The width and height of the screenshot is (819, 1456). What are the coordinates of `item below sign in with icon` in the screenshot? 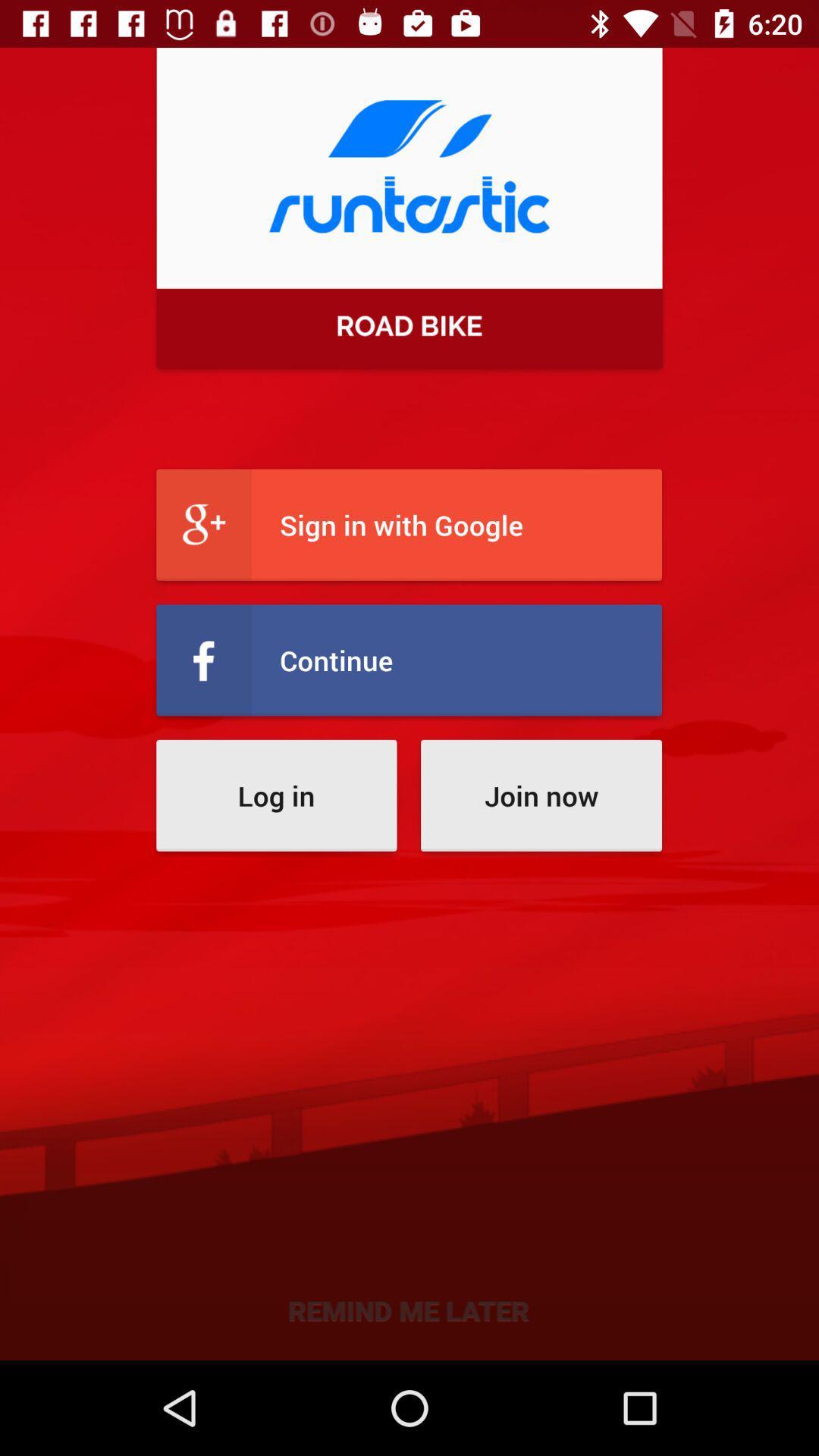 It's located at (408, 660).